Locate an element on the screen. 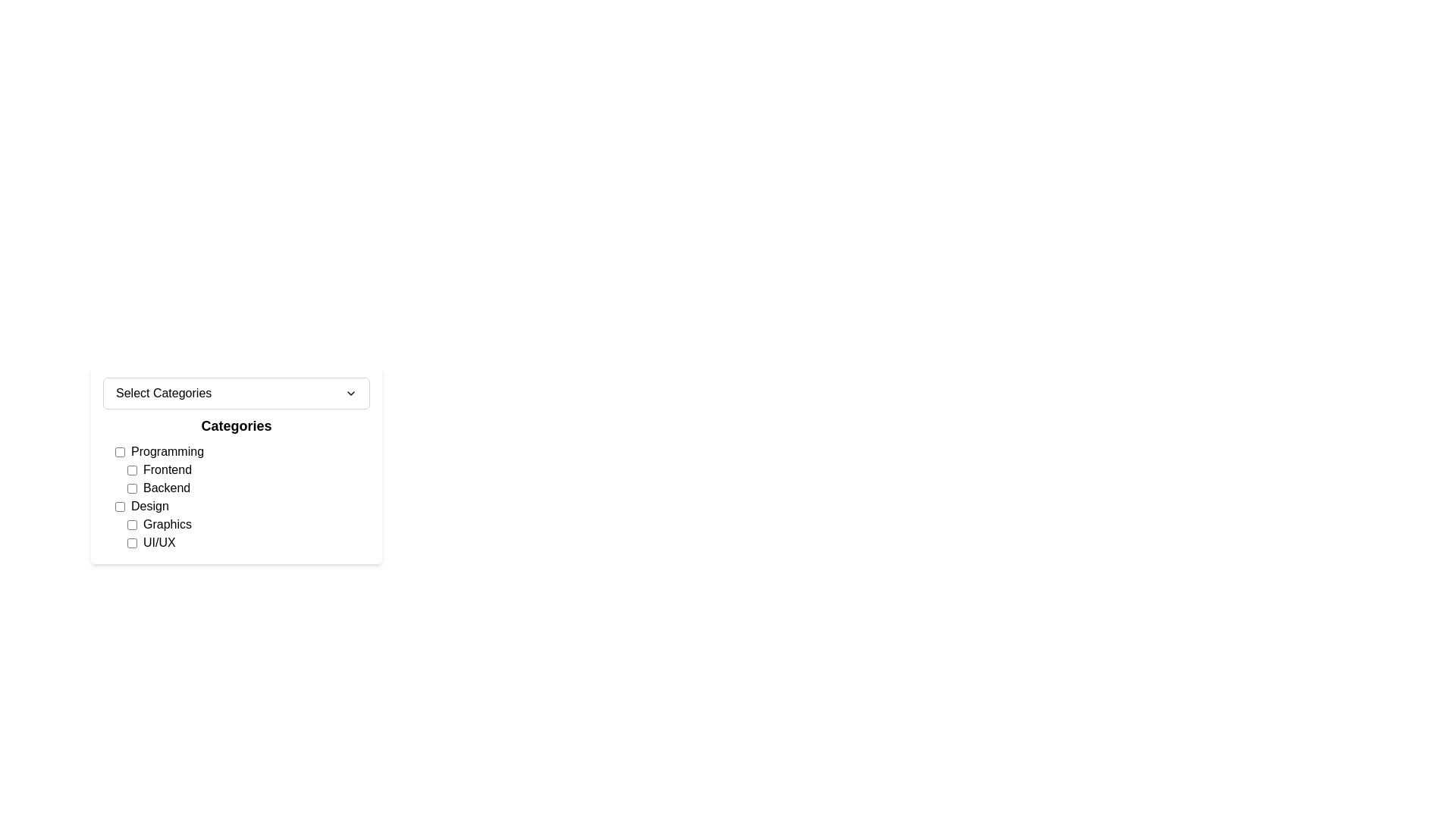  the checkbox that allows users to select or deselect the 'Graphics' category, located next to the text 'Graphics' in the 'Select Categories' section is located at coordinates (132, 523).